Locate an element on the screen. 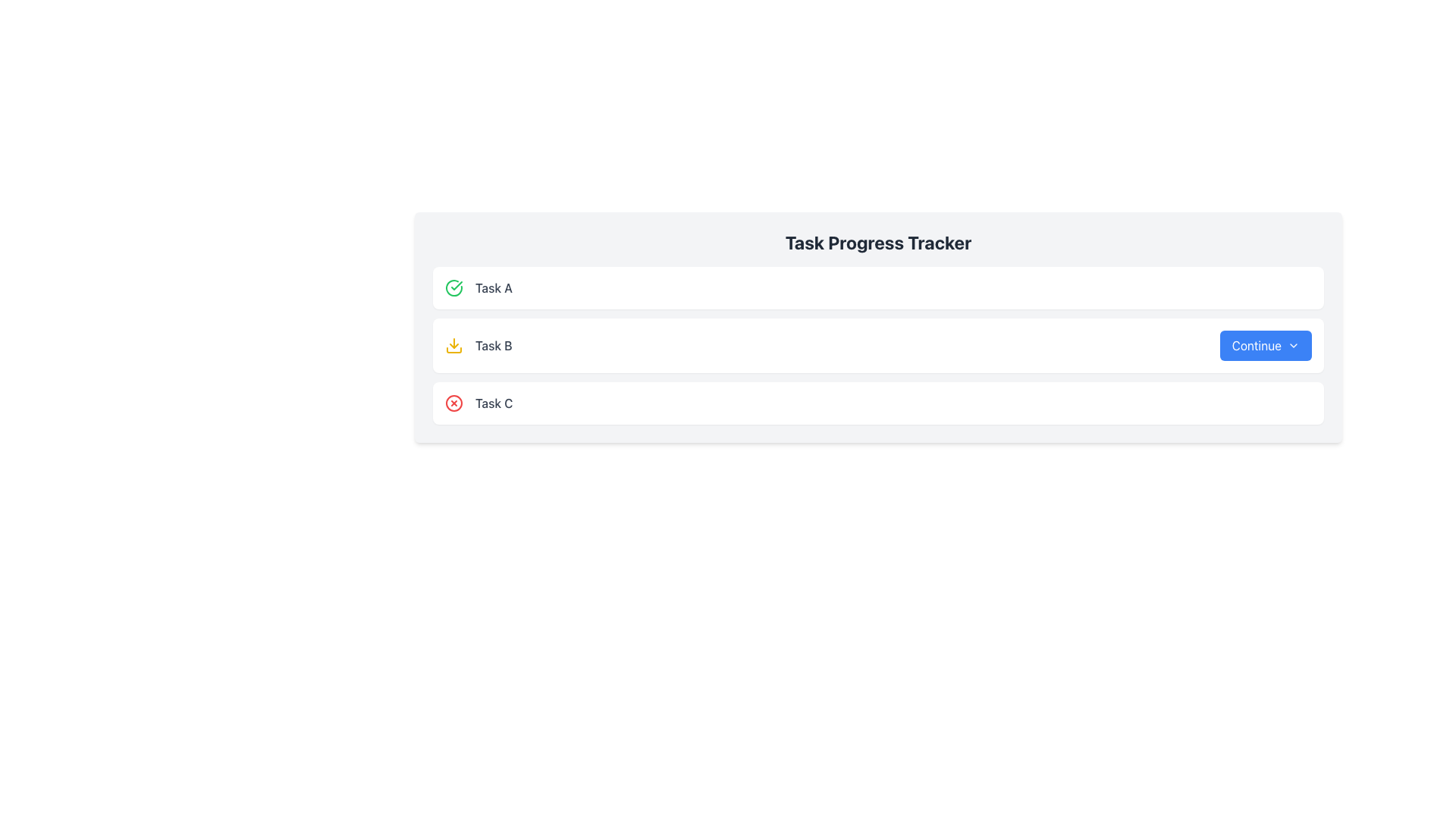  the non-interactive text element representing the name of the third task in the 'Task Progress Tracker', located to the right of a red-circled cross icon is located at coordinates (494, 403).